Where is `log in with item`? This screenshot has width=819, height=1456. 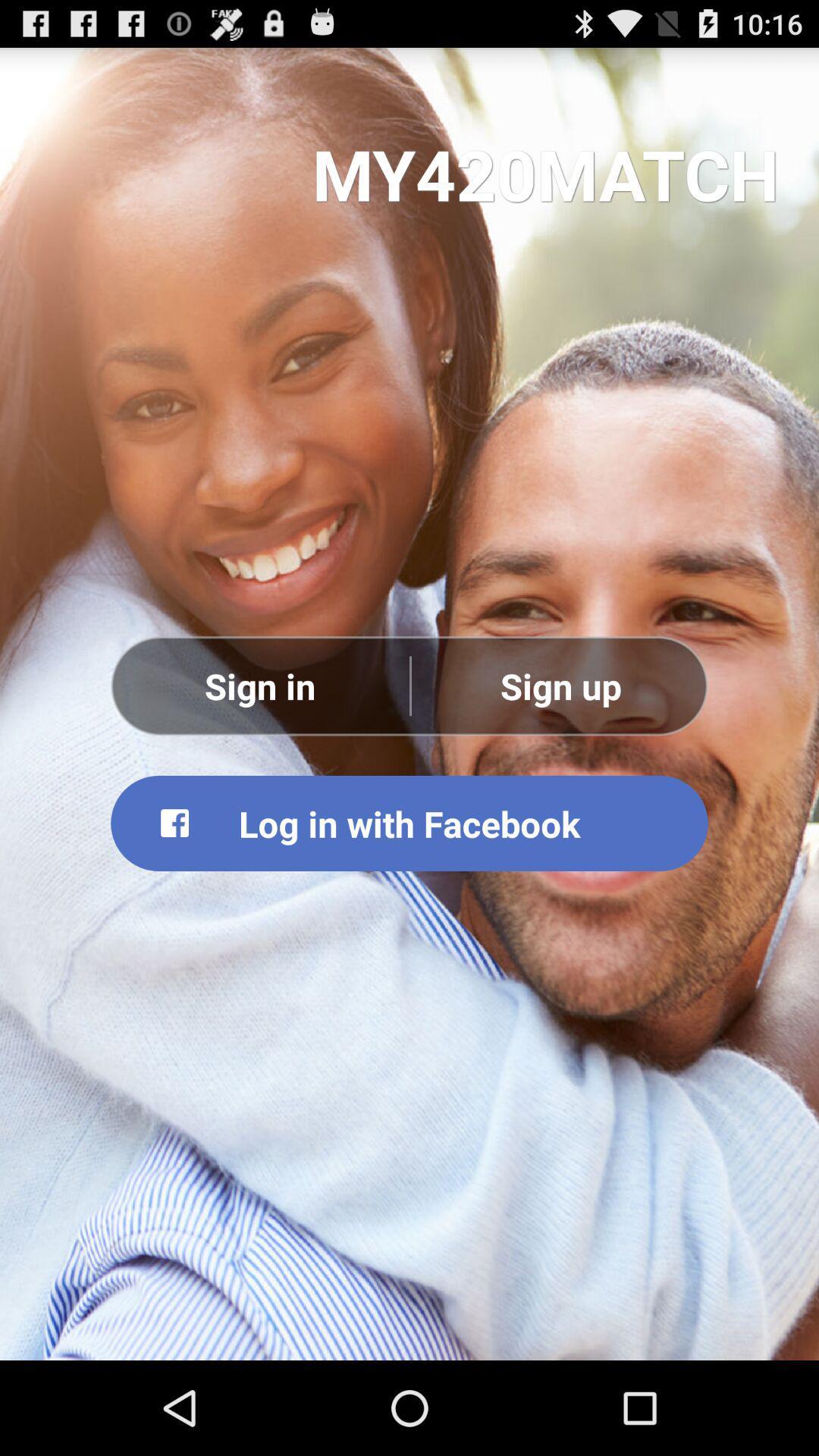 log in with item is located at coordinates (409, 822).